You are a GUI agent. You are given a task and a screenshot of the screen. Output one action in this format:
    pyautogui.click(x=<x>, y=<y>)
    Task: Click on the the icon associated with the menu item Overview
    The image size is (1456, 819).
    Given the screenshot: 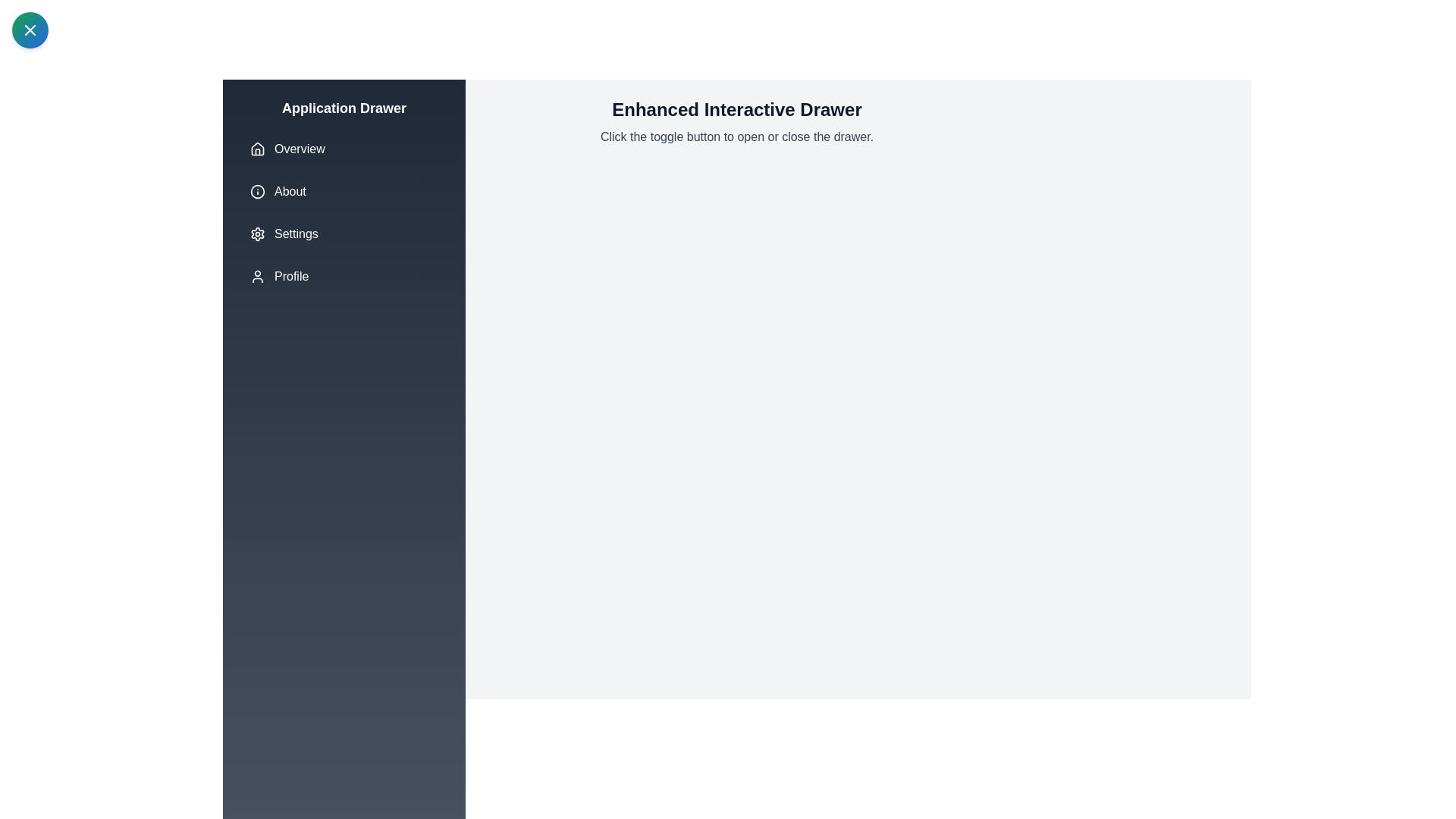 What is the action you would take?
    pyautogui.click(x=258, y=149)
    